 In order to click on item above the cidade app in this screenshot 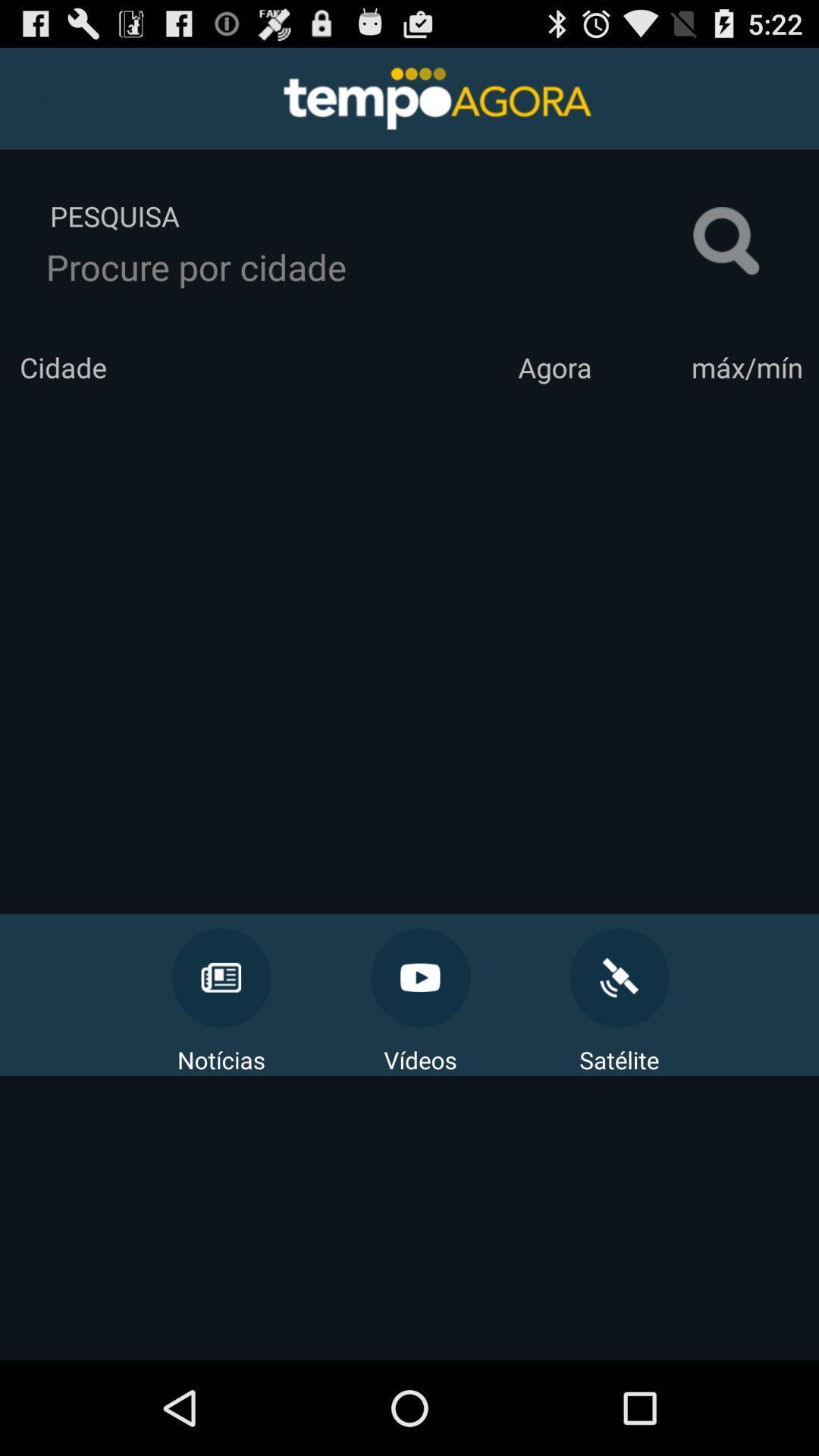, I will do `click(369, 267)`.